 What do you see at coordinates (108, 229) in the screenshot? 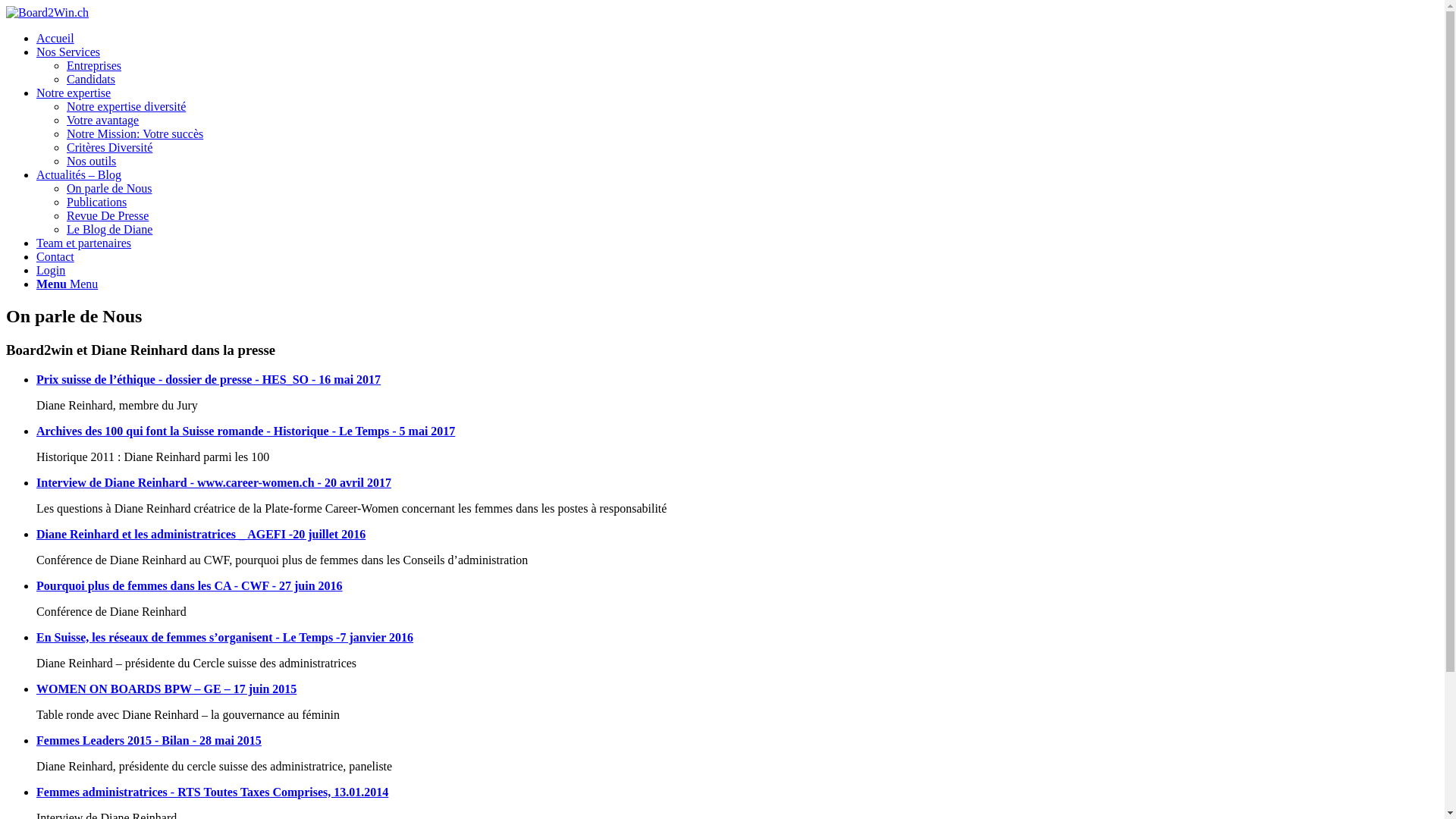
I see `'Le Blog de Diane'` at bounding box center [108, 229].